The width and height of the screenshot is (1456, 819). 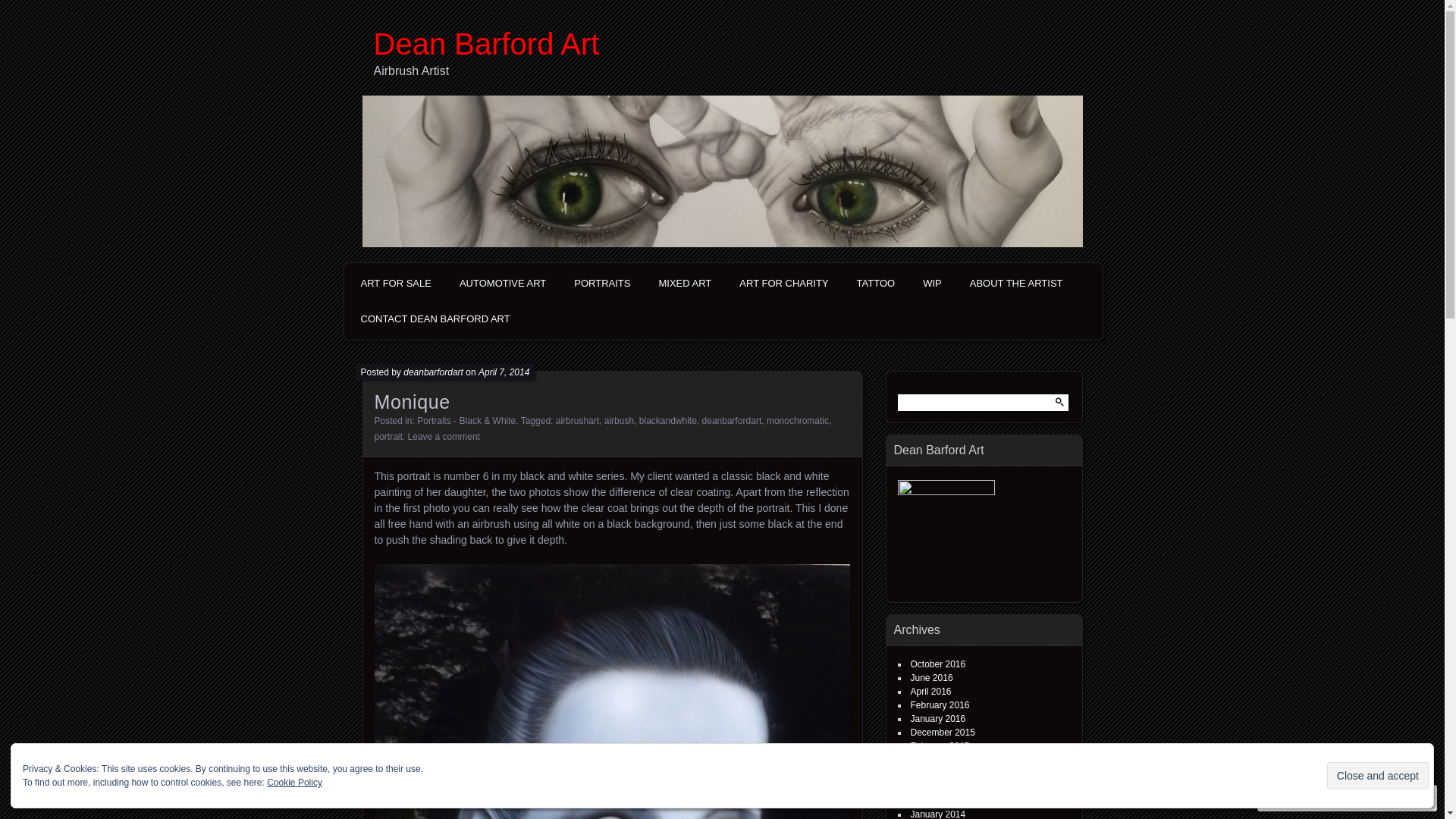 What do you see at coordinates (434, 318) in the screenshot?
I see `'CONTACT DEAN BARFORD ART'` at bounding box center [434, 318].